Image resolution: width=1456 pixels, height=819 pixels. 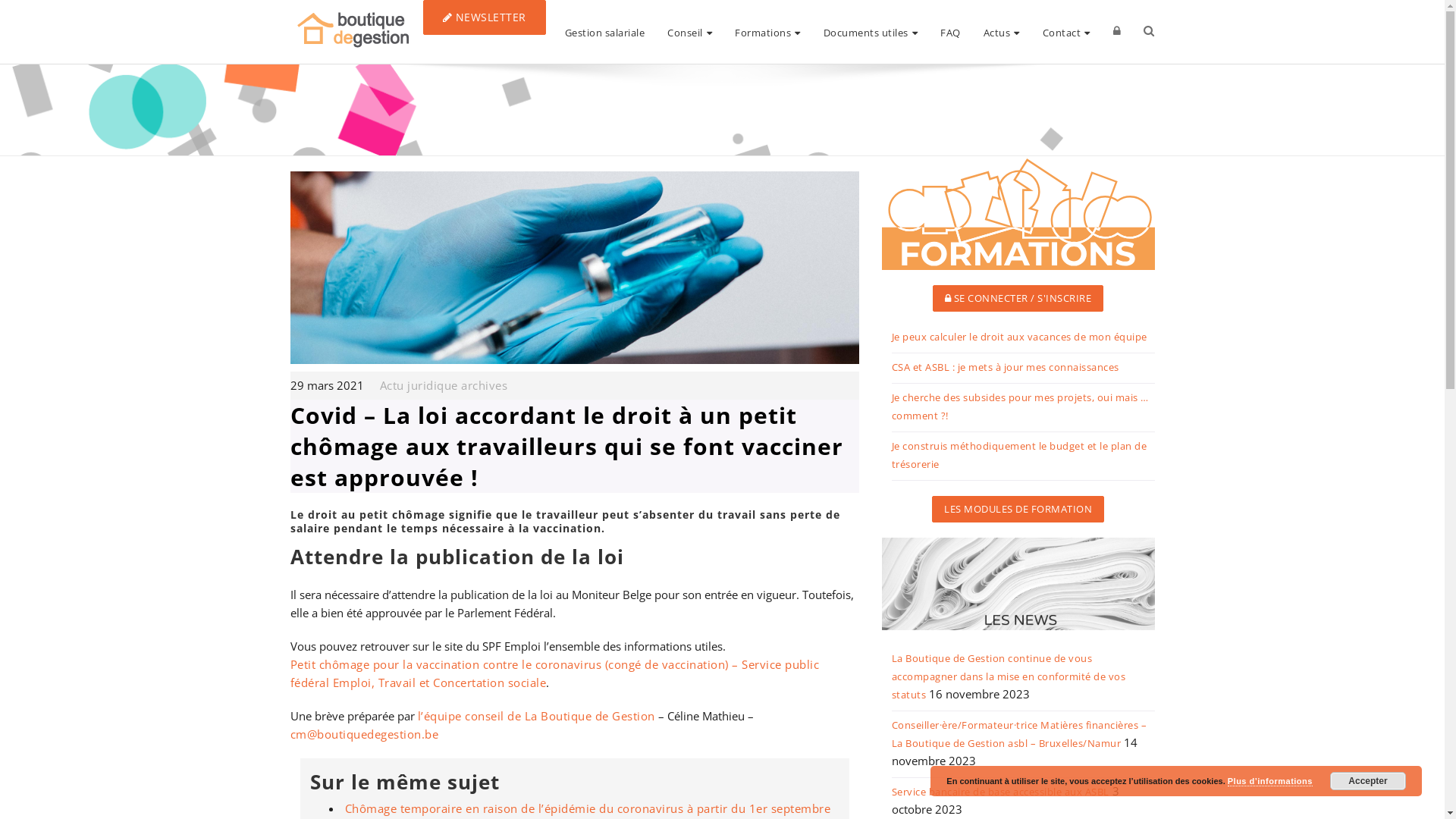 I want to click on 'Conseil', so click(x=689, y=32).